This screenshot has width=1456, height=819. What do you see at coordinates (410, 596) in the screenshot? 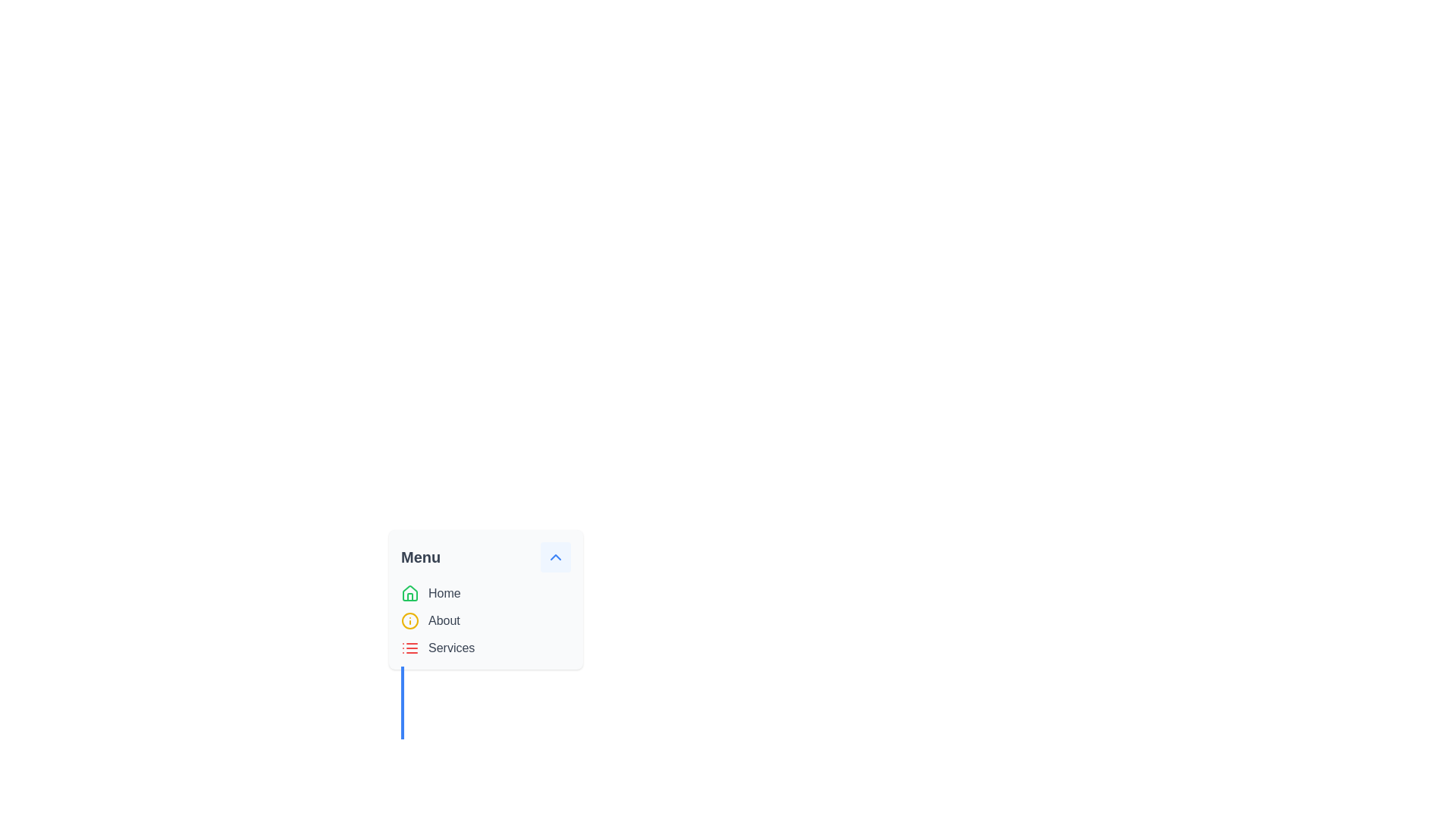
I see `the house icon representing the 'Home' menu item, located in the top-left corner of the menu interface` at bounding box center [410, 596].